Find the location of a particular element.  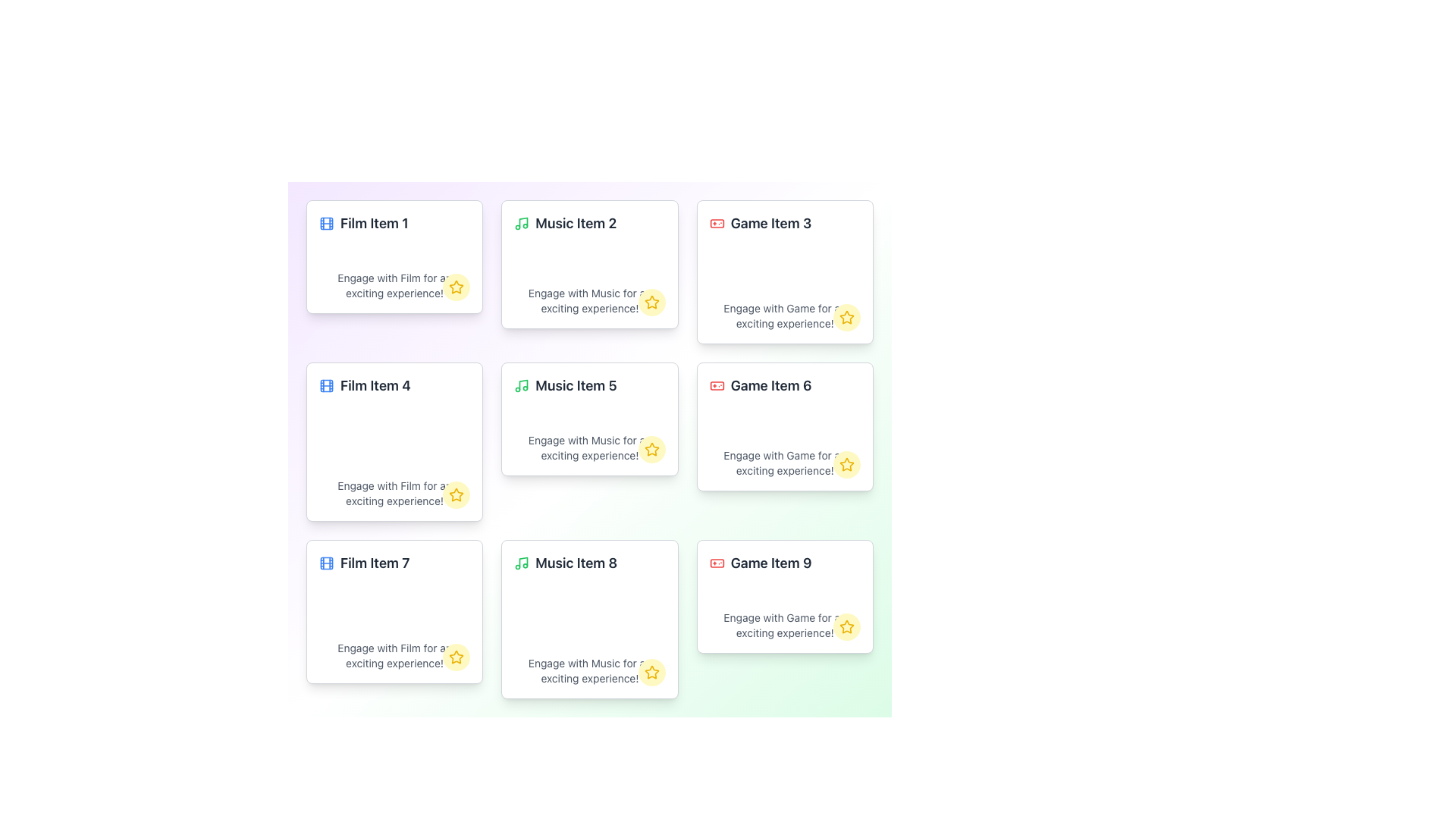

the Text Display element that shows the notification message 'Engage with Music for an exciting experience!' located within the 'Music Item 2' card is located at coordinates (588, 301).